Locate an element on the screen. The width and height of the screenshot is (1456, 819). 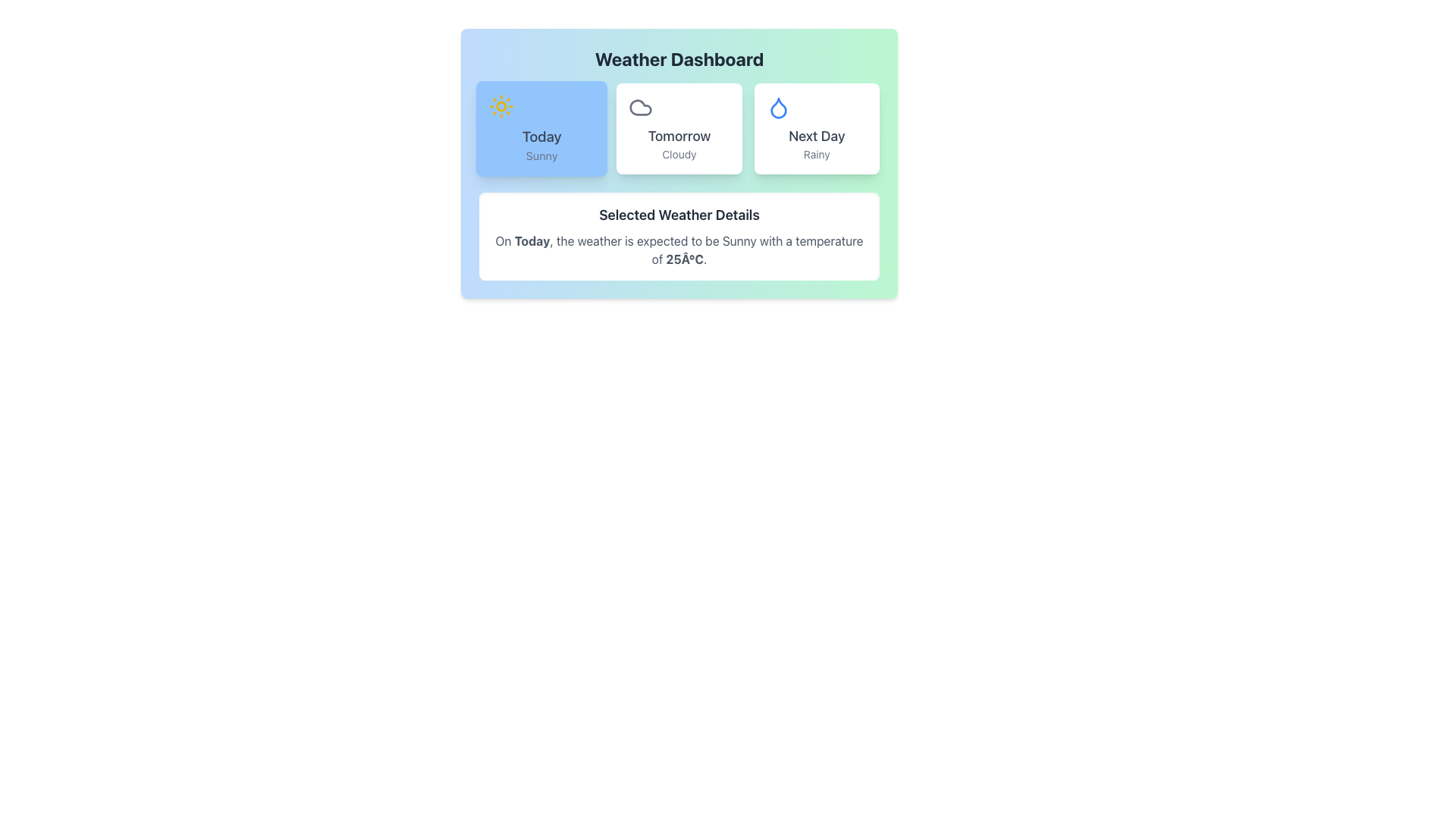
the text block displaying the weather conditions (Sunny, 25°C) located beneath the title 'Selected Weather Details' is located at coordinates (679, 249).